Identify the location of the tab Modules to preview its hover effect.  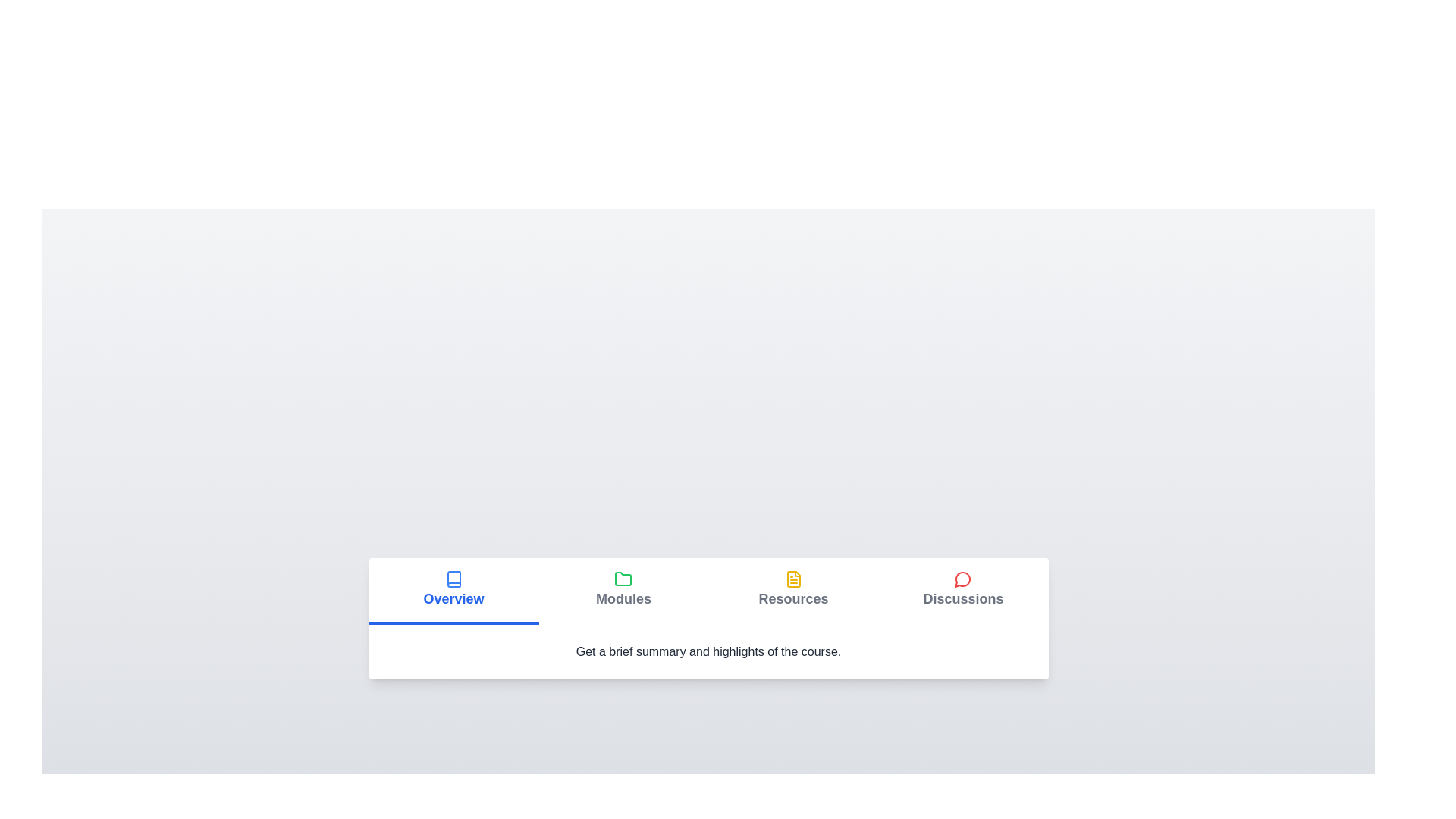
(623, 590).